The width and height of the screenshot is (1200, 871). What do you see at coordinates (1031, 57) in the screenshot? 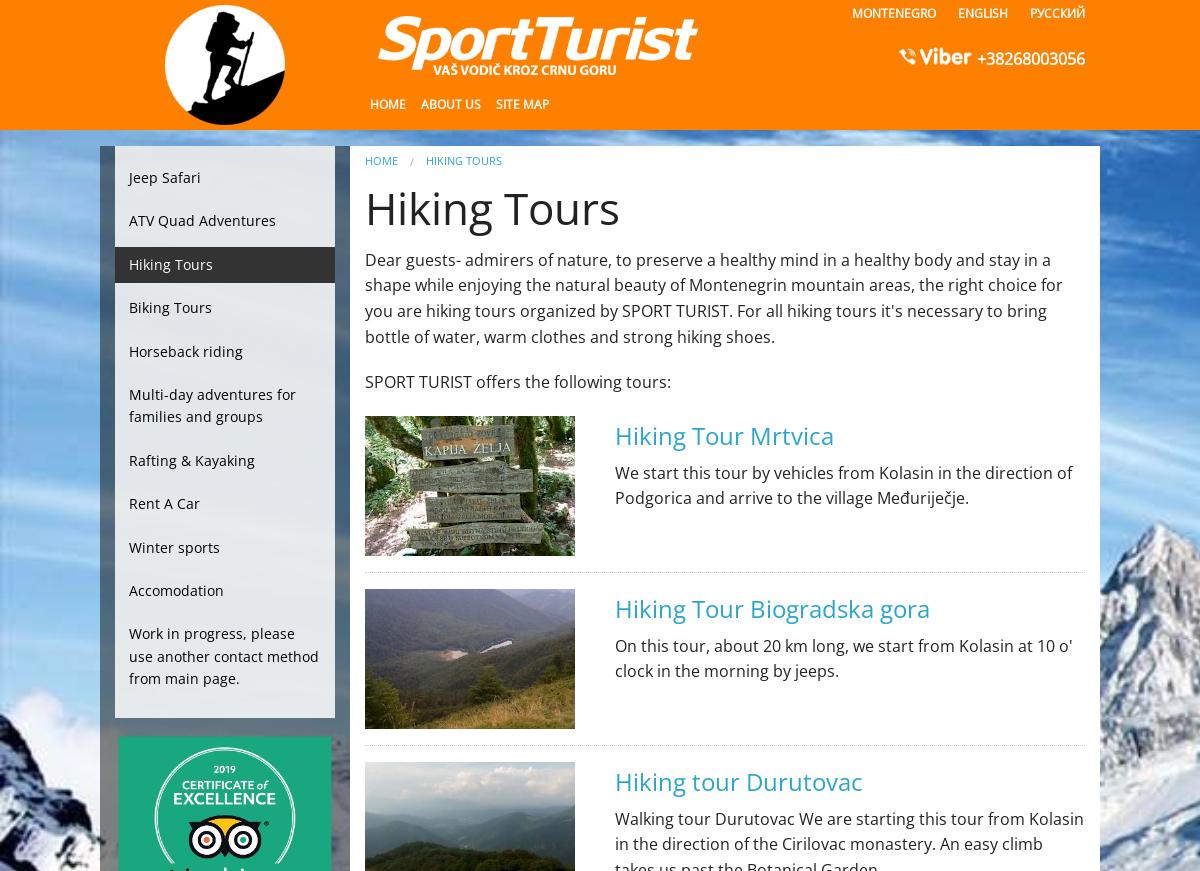
I see `'+38268003056'` at bounding box center [1031, 57].